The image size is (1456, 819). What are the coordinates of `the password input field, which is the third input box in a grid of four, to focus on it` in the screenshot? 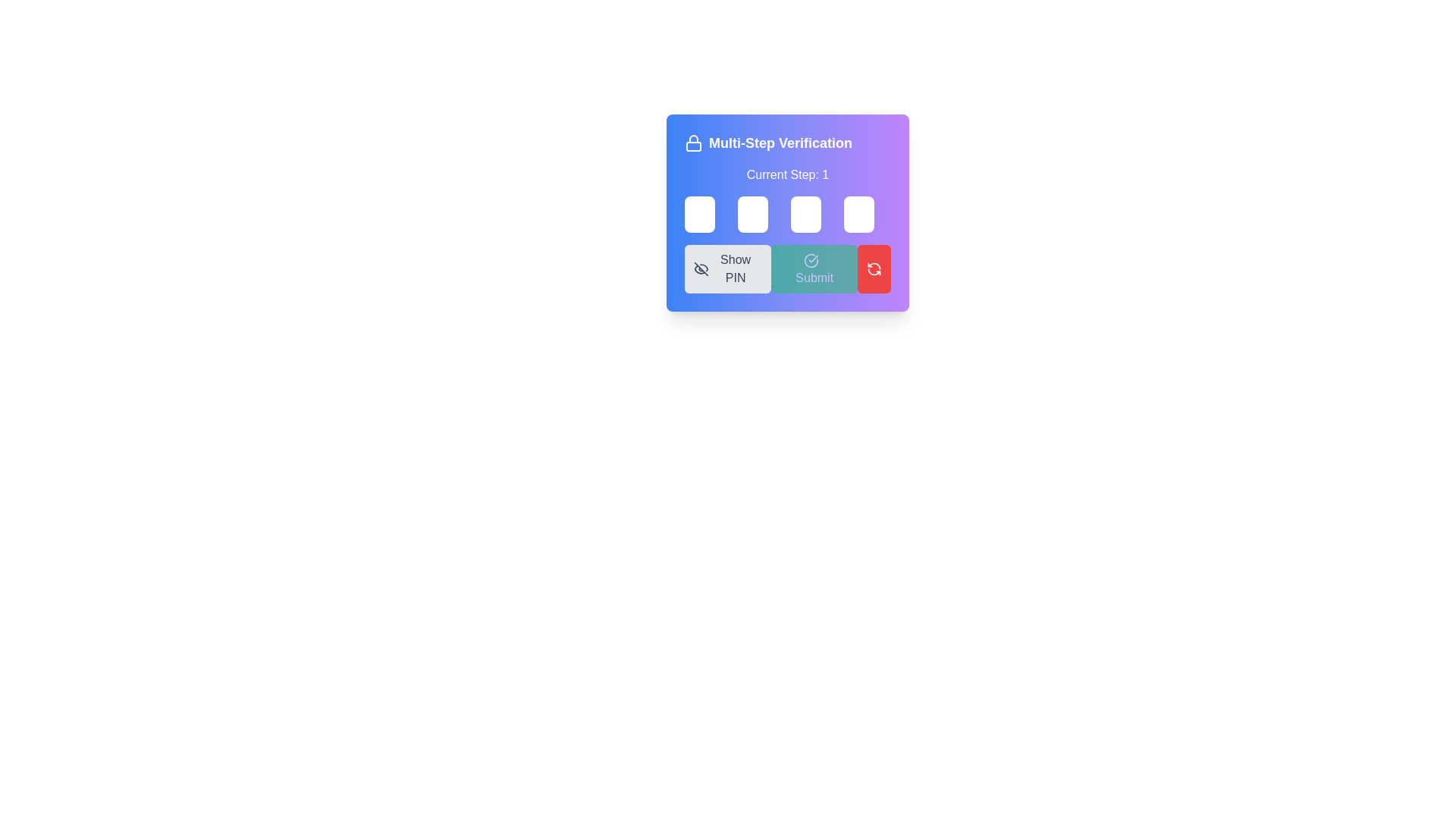 It's located at (805, 214).